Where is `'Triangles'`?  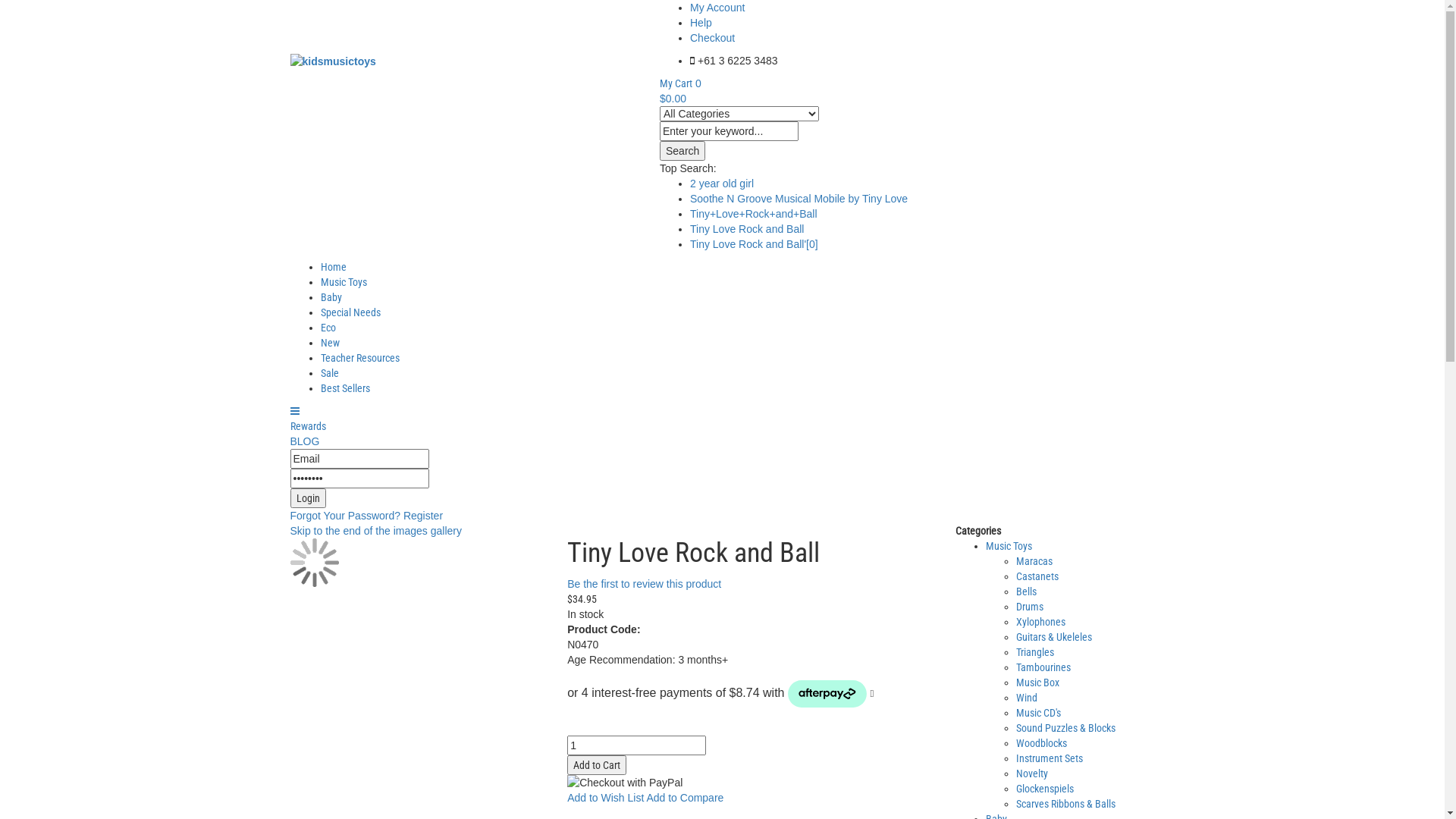
'Triangles' is located at coordinates (1034, 651).